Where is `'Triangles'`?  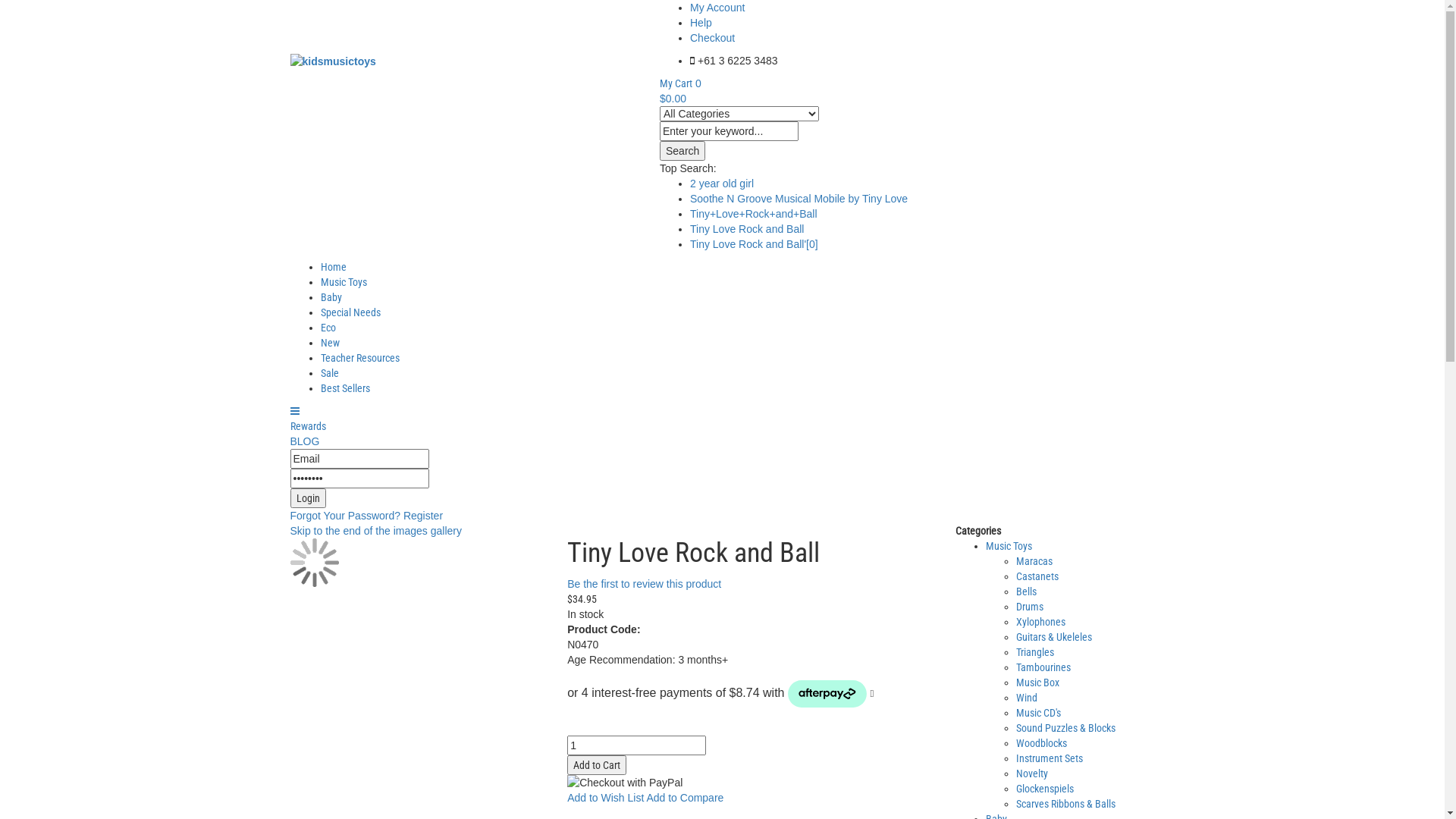
'Triangles' is located at coordinates (1034, 651).